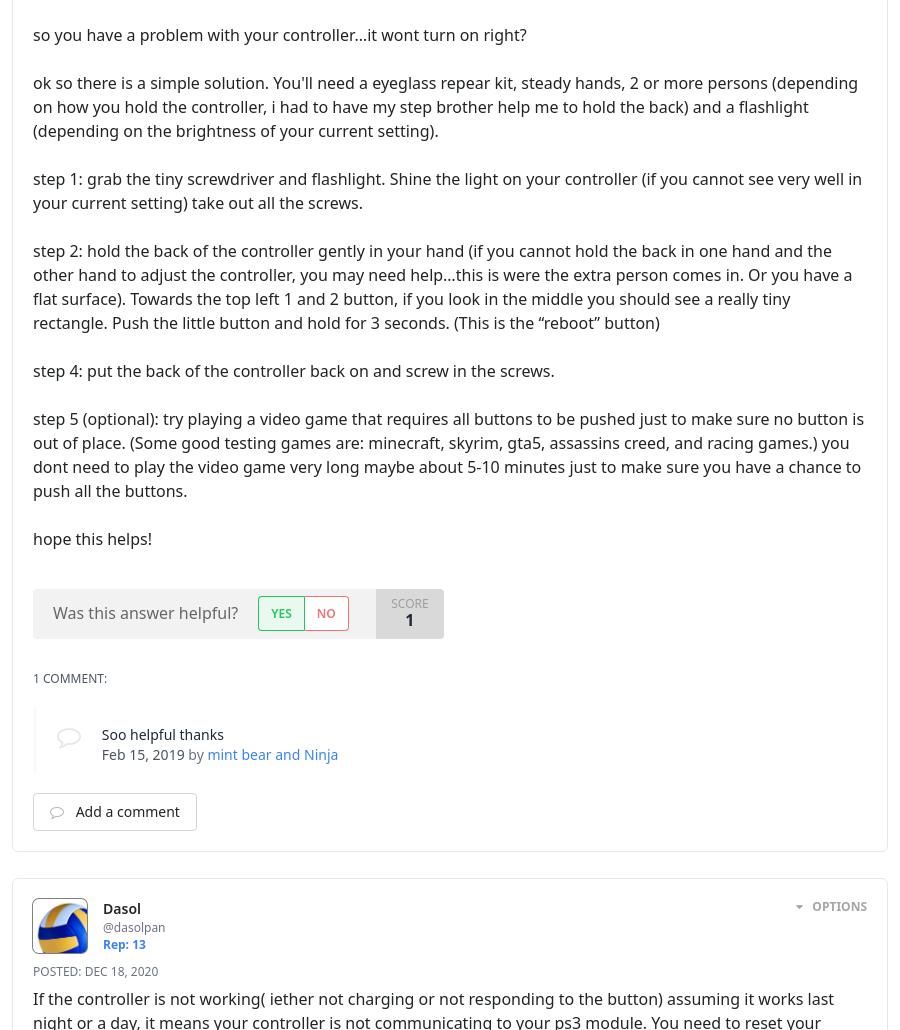 This screenshot has height=1030, width=900. What do you see at coordinates (99, 733) in the screenshot?
I see `'Soo helpful thanks'` at bounding box center [99, 733].